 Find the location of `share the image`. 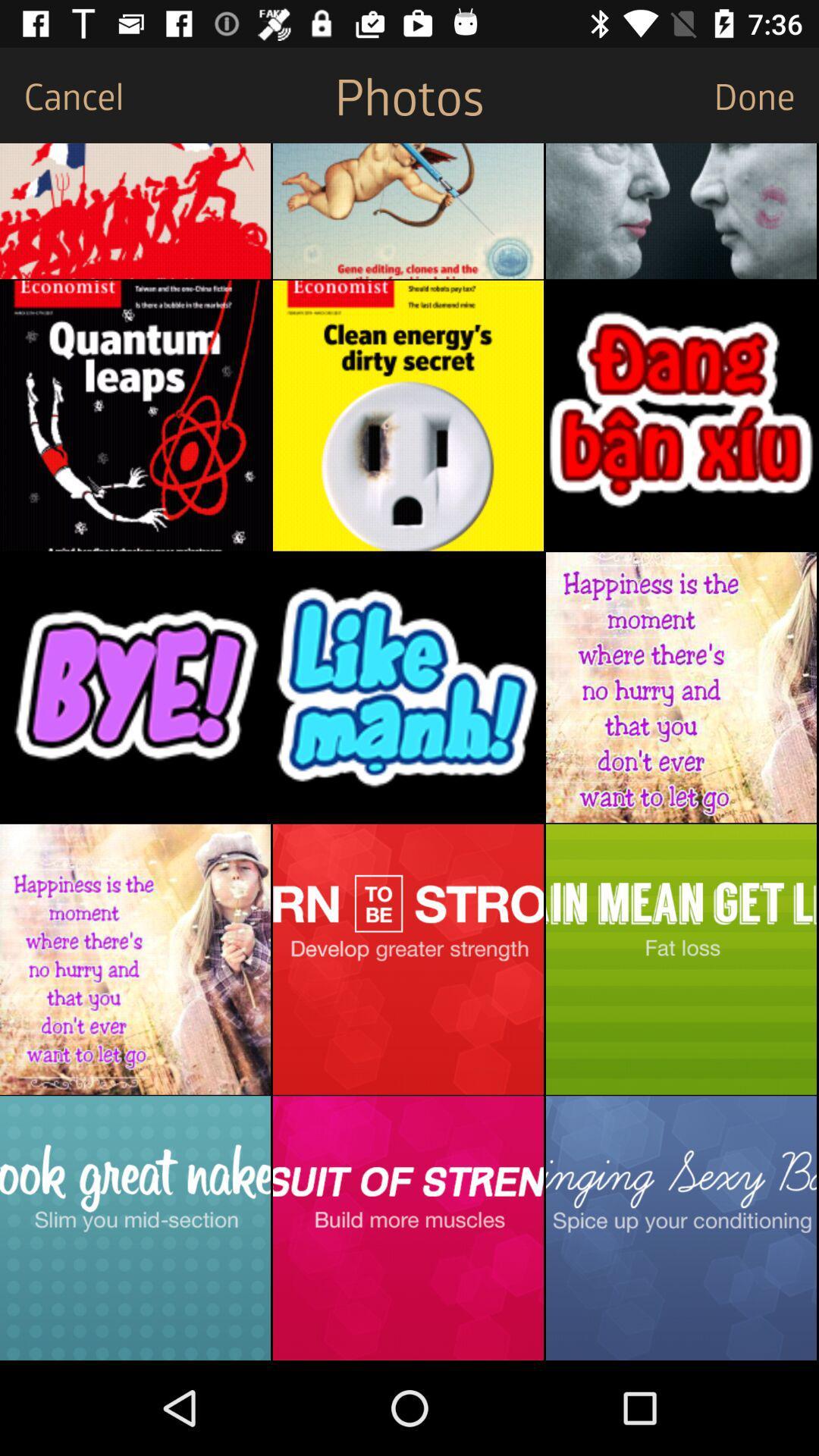

share the image is located at coordinates (407, 210).